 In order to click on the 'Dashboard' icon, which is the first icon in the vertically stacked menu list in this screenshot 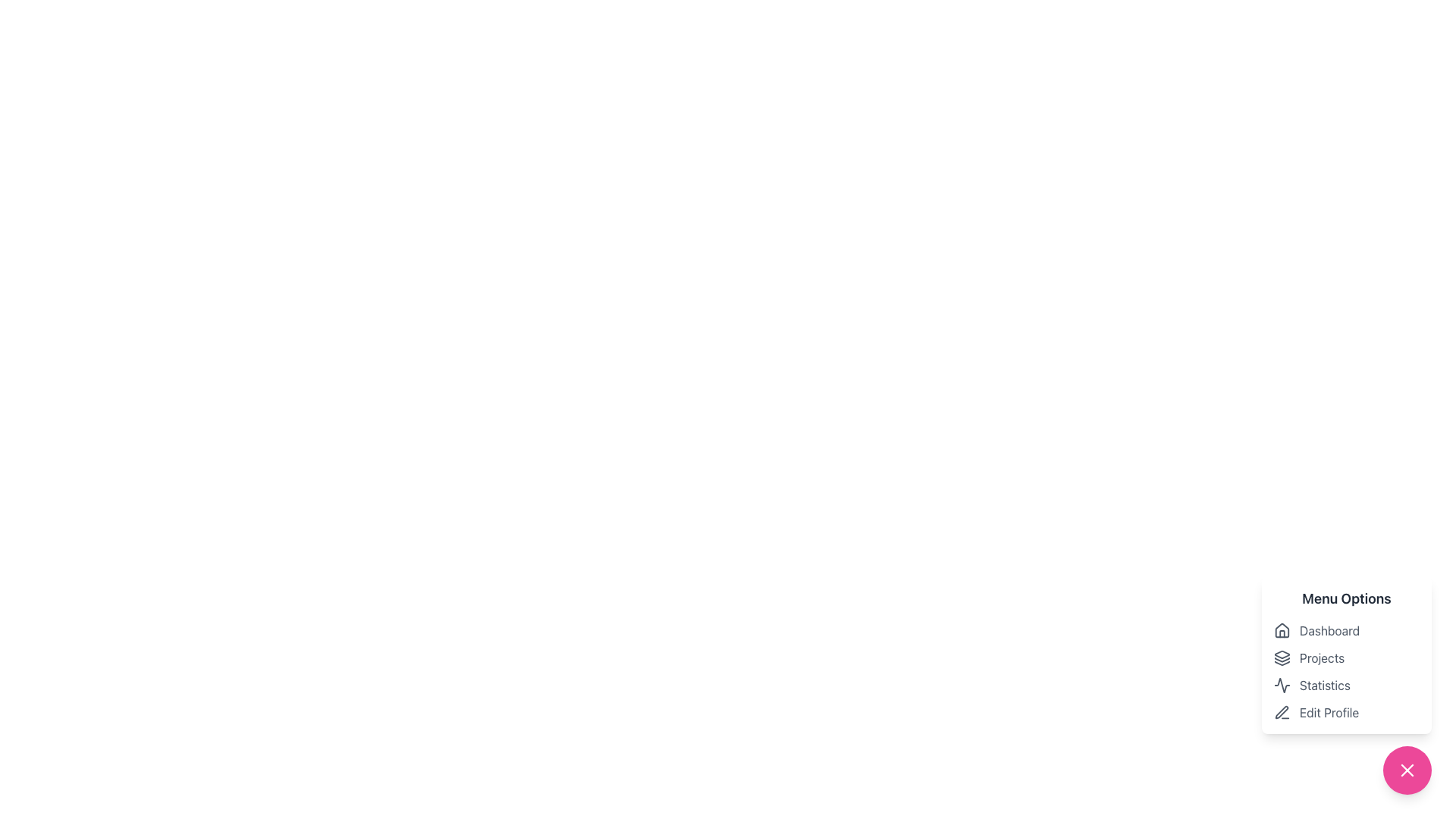, I will do `click(1281, 629)`.